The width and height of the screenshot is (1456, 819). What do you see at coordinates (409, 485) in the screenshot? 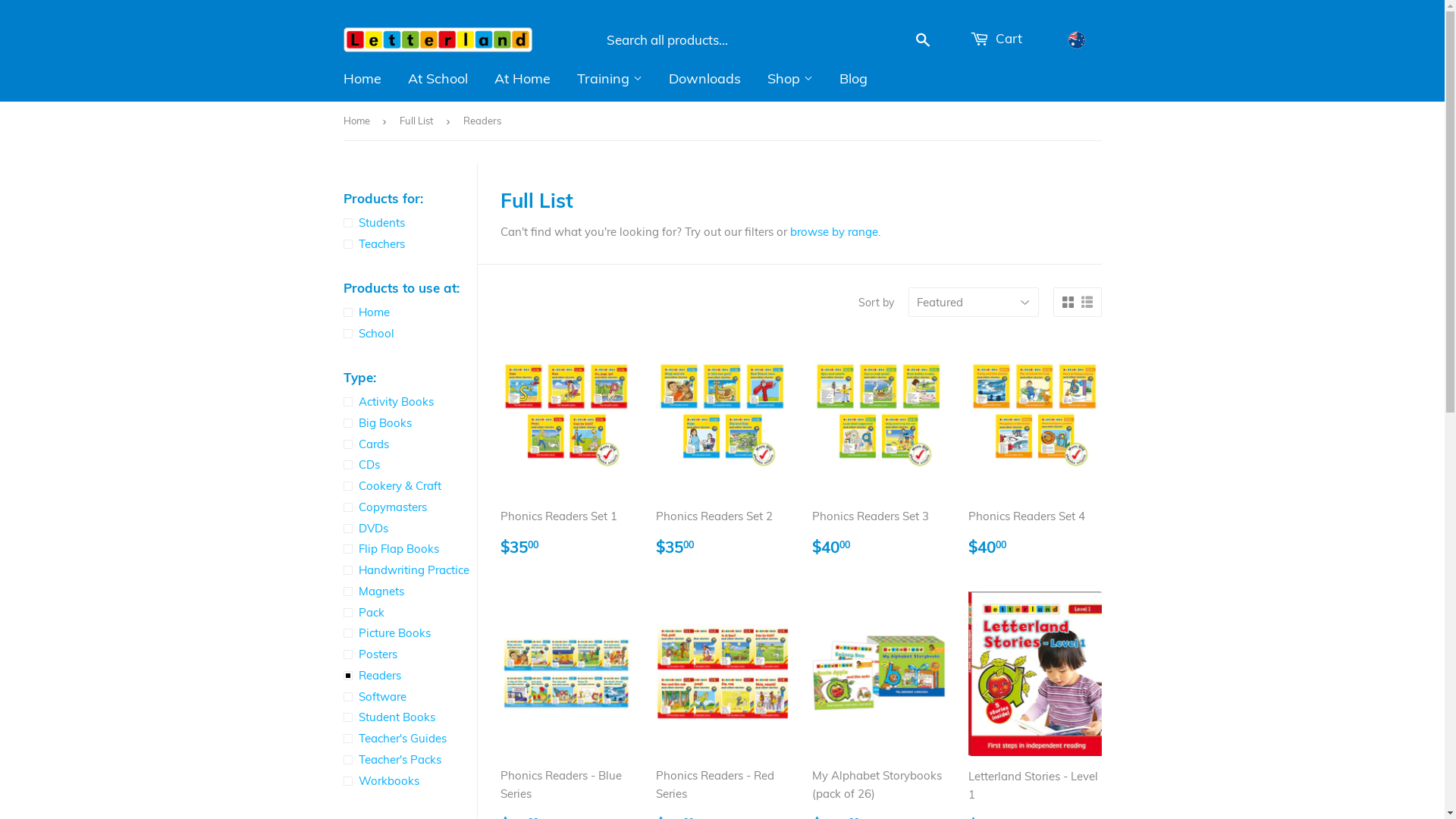
I see `'Cookery & Craft'` at bounding box center [409, 485].